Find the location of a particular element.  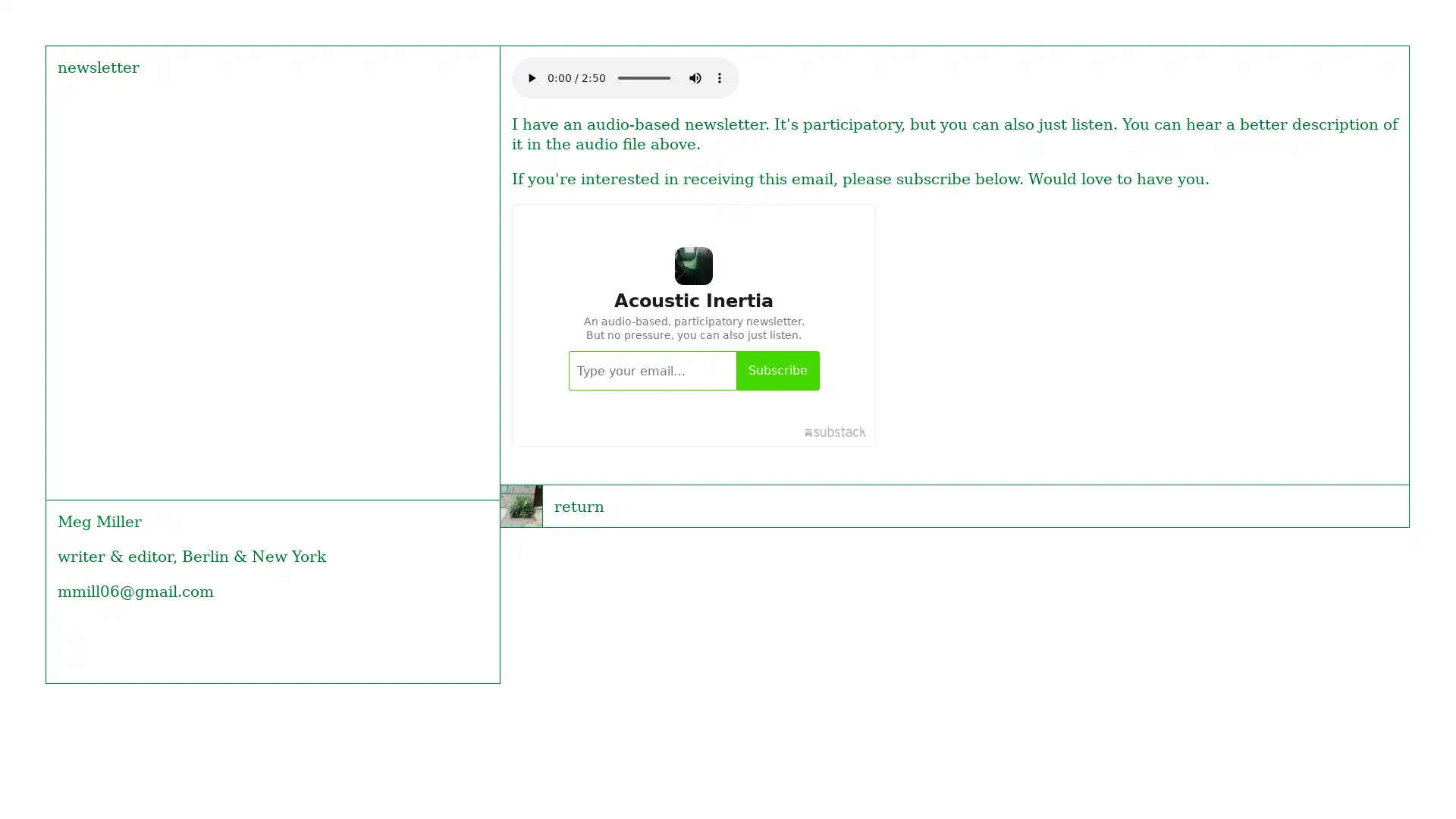

mute is located at coordinates (694, 77).